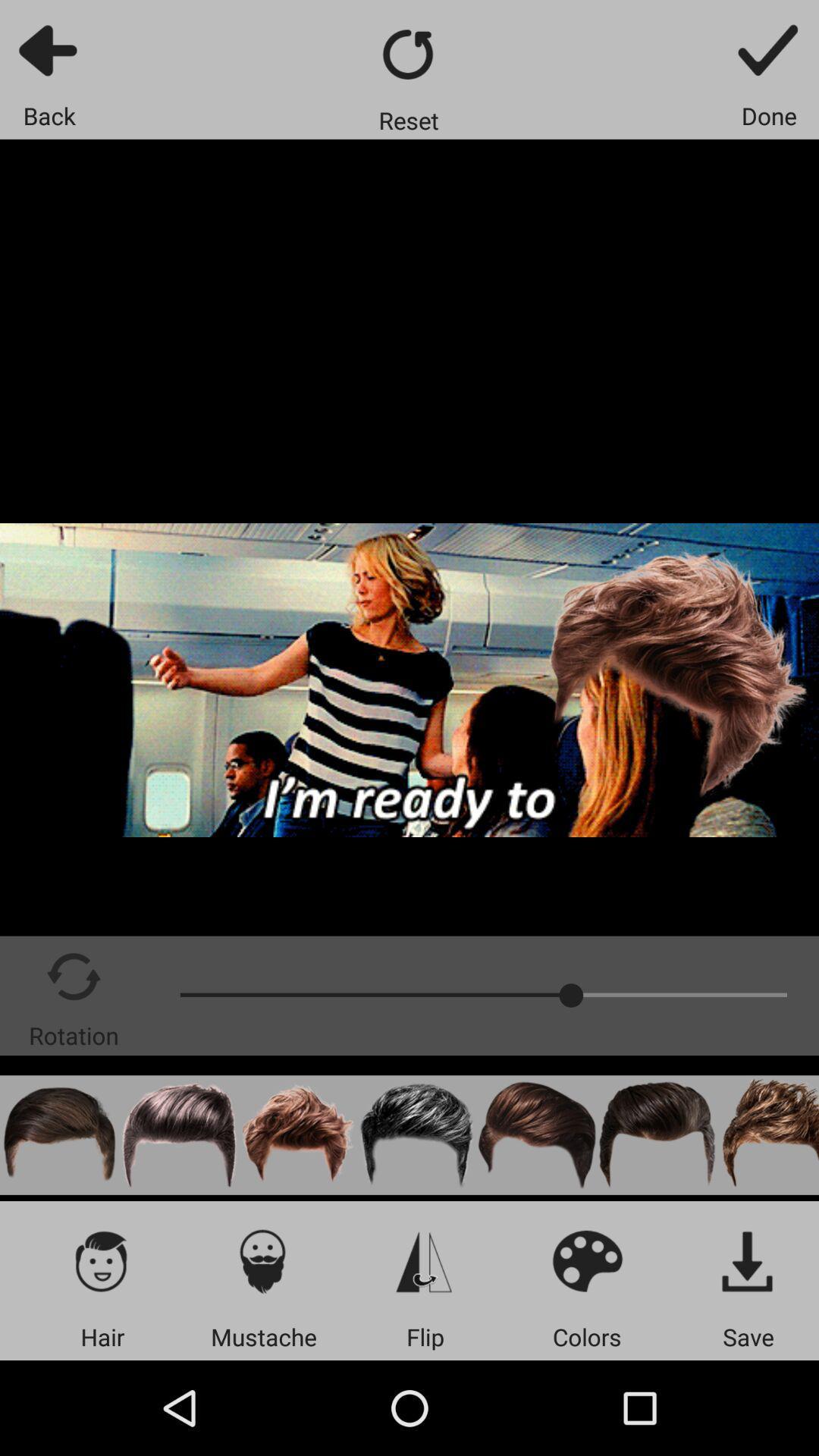 This screenshot has height=1456, width=819. Describe the element at coordinates (425, 1260) in the screenshot. I see `flip` at that location.